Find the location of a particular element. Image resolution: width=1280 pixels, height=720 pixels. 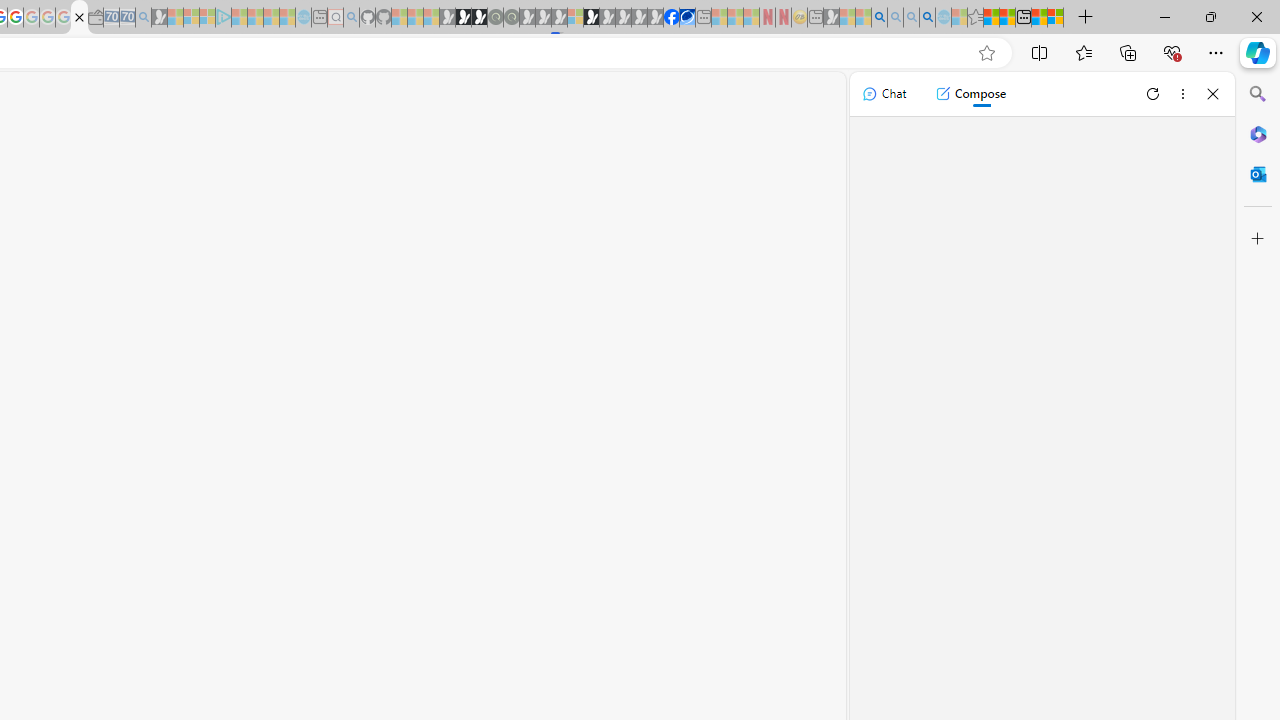

'Cheap Car Rentals - Save70.com - Sleeping' is located at coordinates (126, 17).